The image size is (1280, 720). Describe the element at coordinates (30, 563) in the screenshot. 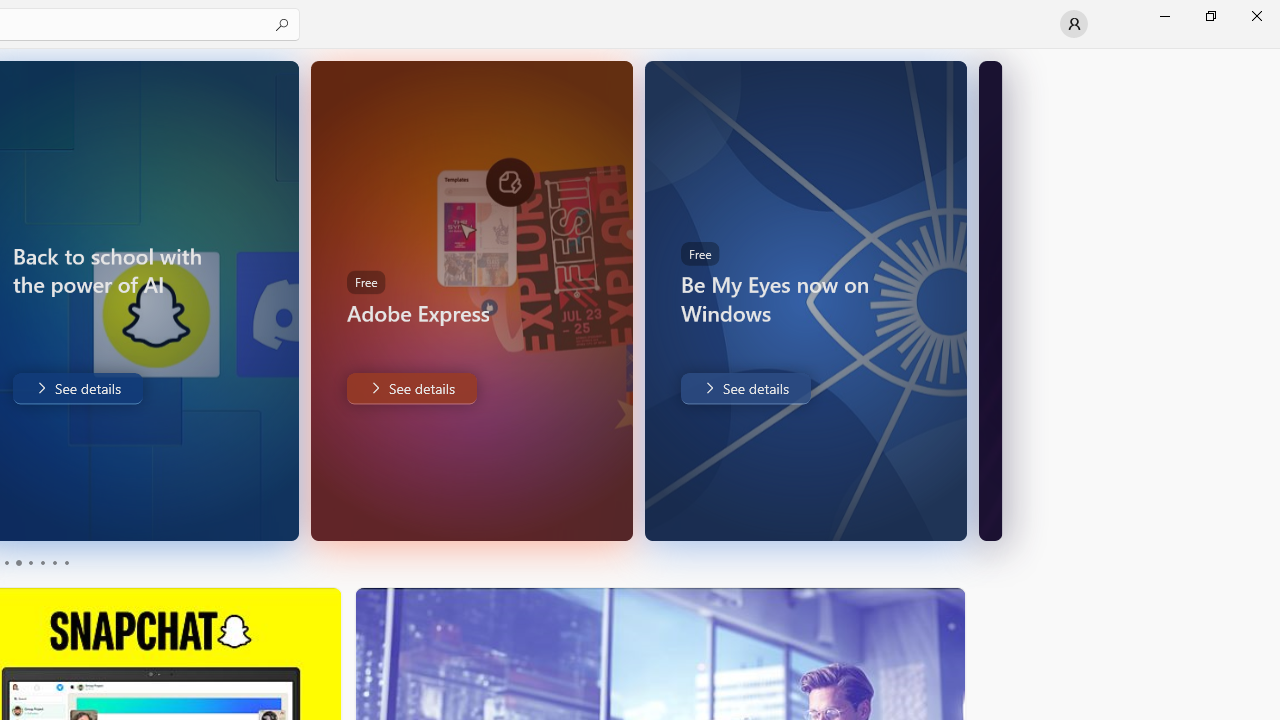

I see `'Page 3'` at that location.